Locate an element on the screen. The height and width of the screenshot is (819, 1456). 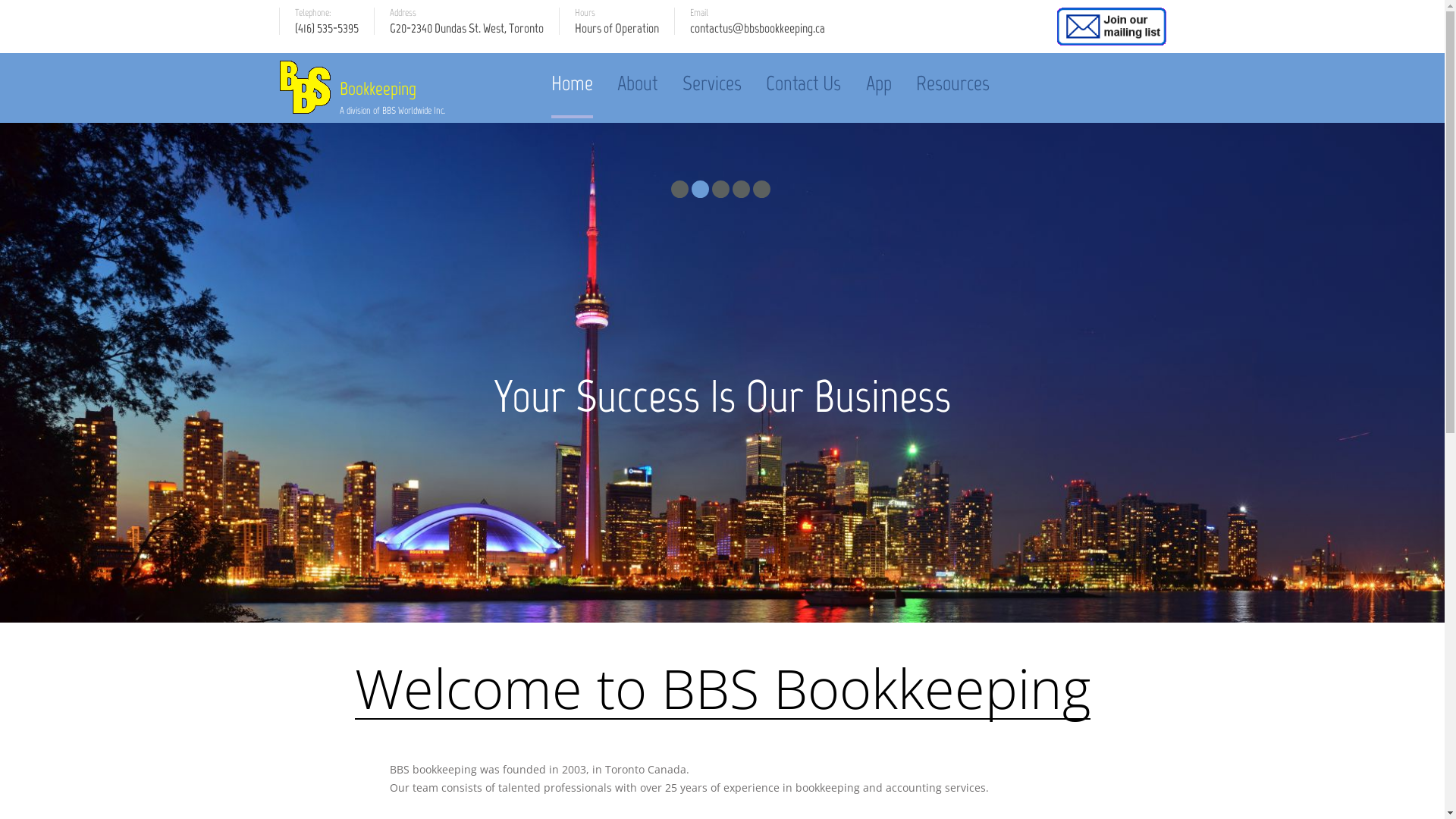
'Home' is located at coordinates (571, 83).